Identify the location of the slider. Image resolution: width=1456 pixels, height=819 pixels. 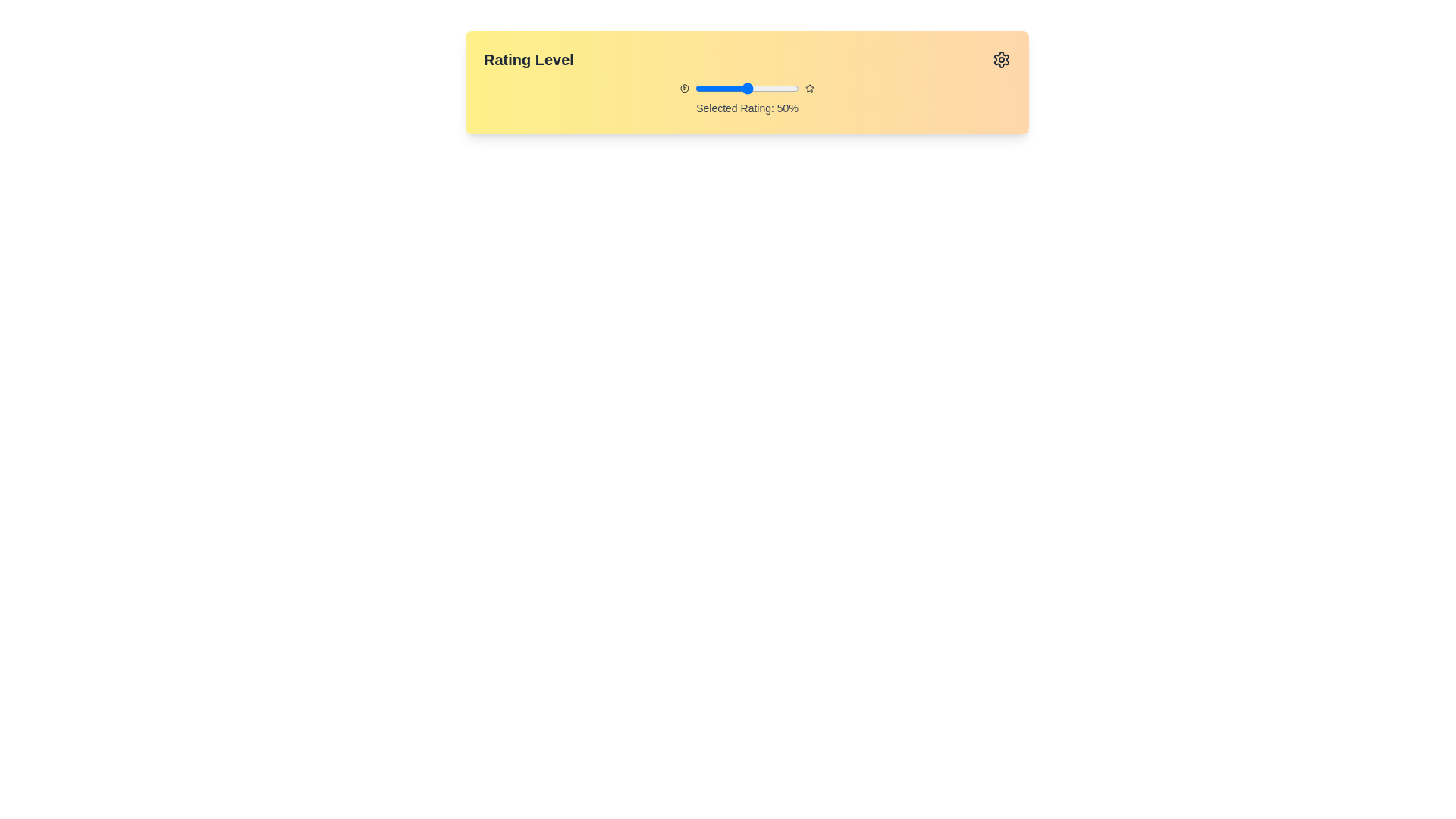
(761, 88).